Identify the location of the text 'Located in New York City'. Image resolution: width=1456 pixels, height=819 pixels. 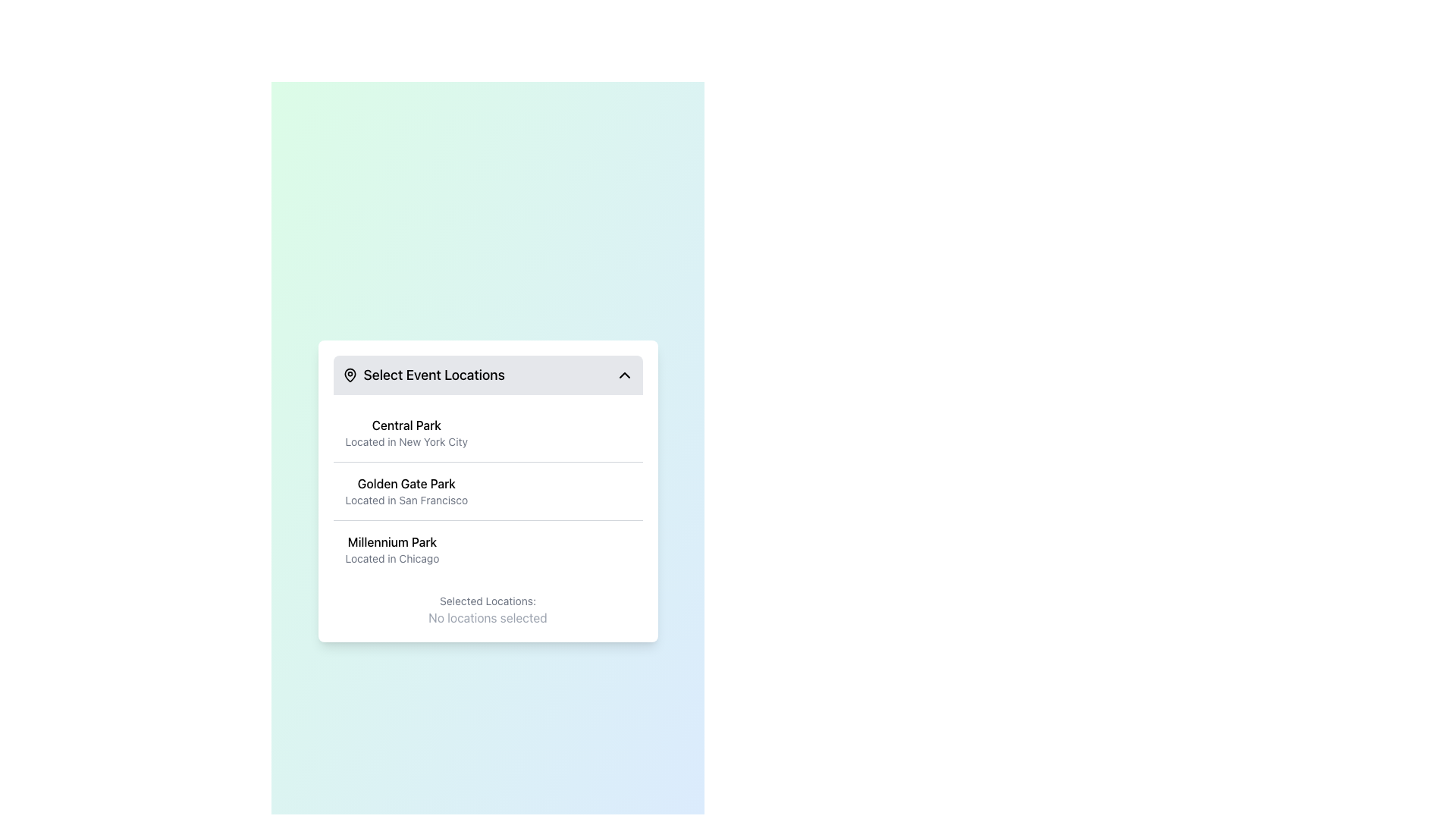
(406, 441).